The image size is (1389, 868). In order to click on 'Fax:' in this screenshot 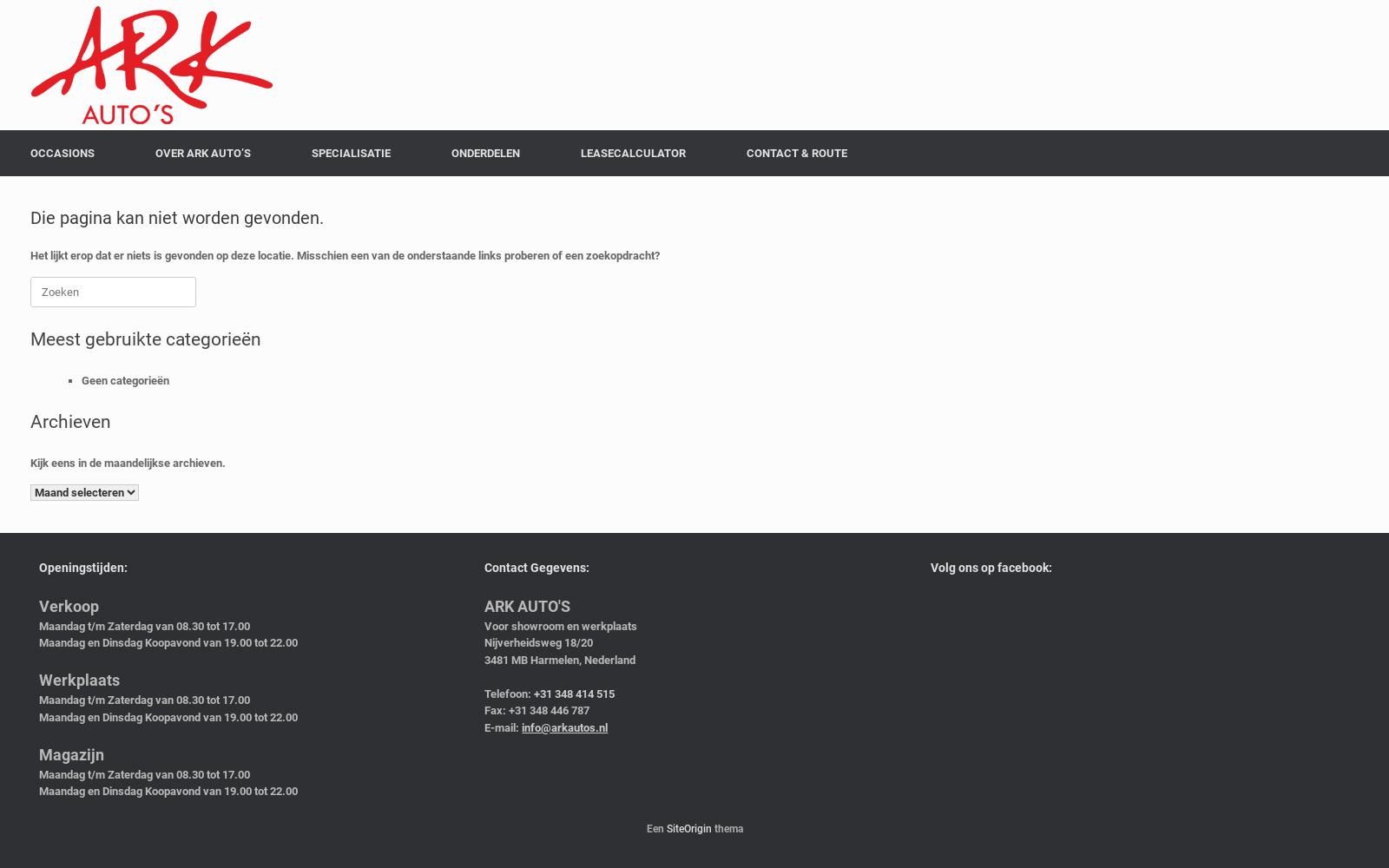, I will do `click(494, 709)`.